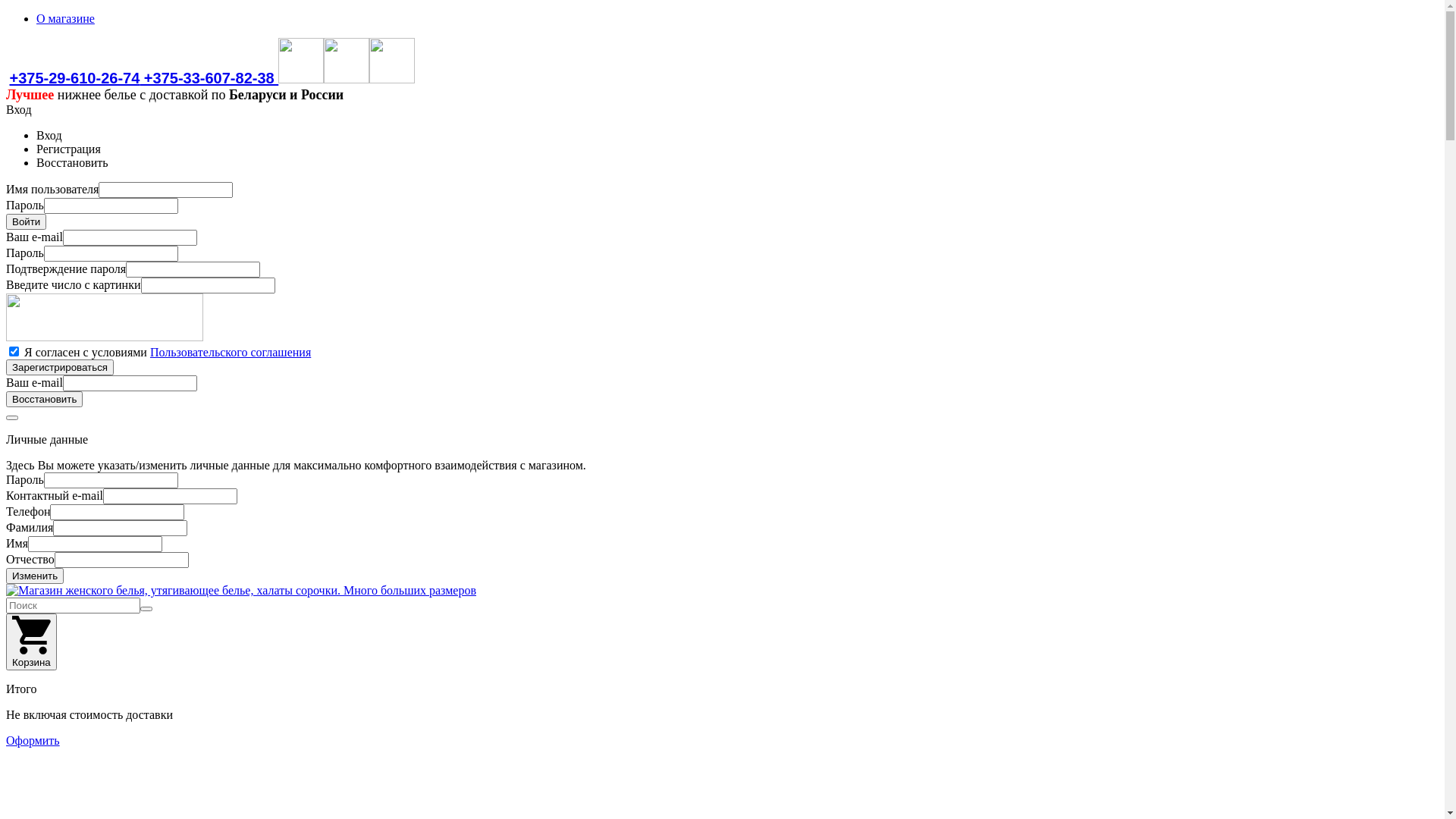  What do you see at coordinates (345, 78) in the screenshot?
I see `'WhatsApp'` at bounding box center [345, 78].